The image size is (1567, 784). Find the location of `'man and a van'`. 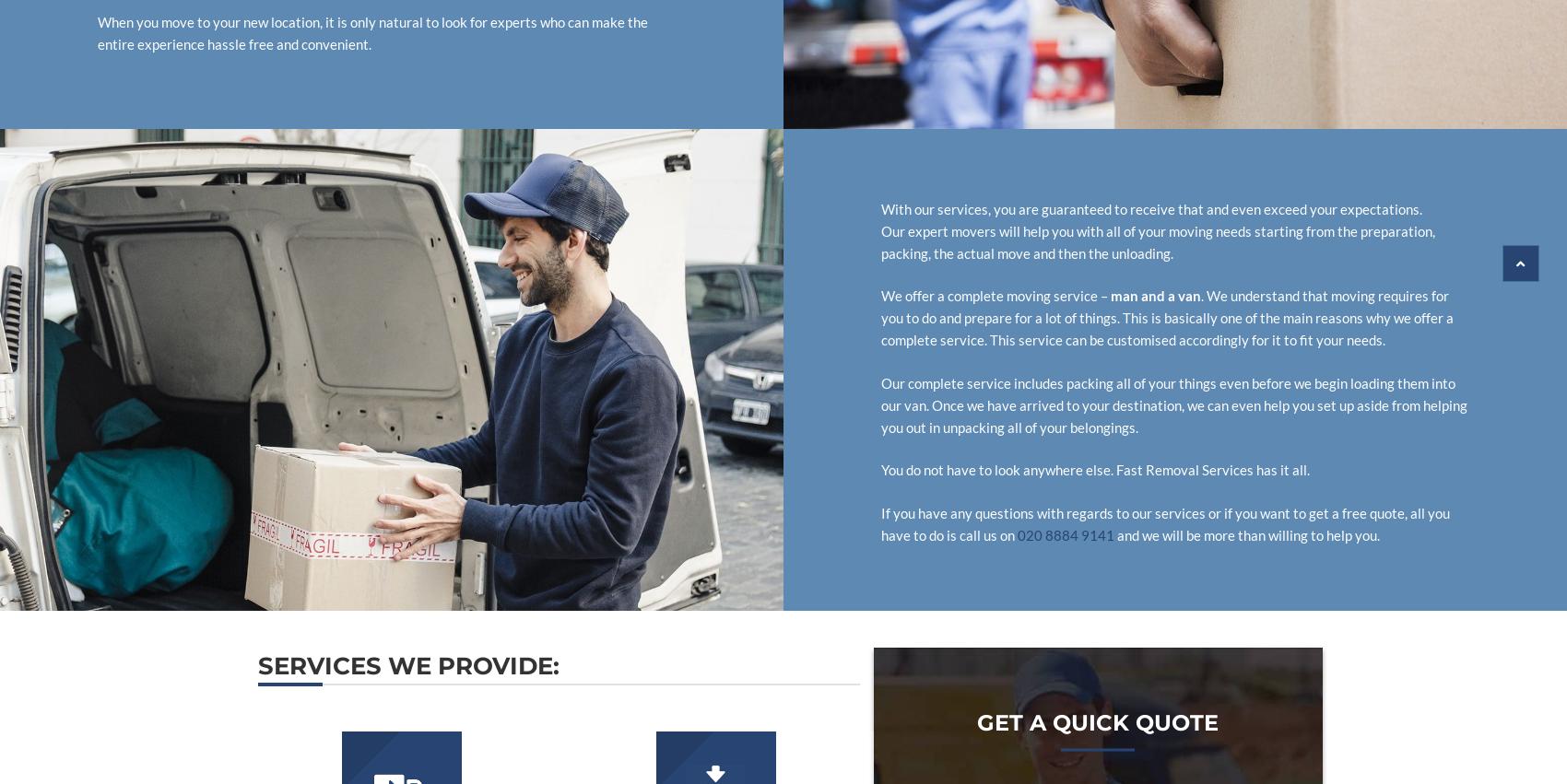

'man and a van' is located at coordinates (1154, 294).